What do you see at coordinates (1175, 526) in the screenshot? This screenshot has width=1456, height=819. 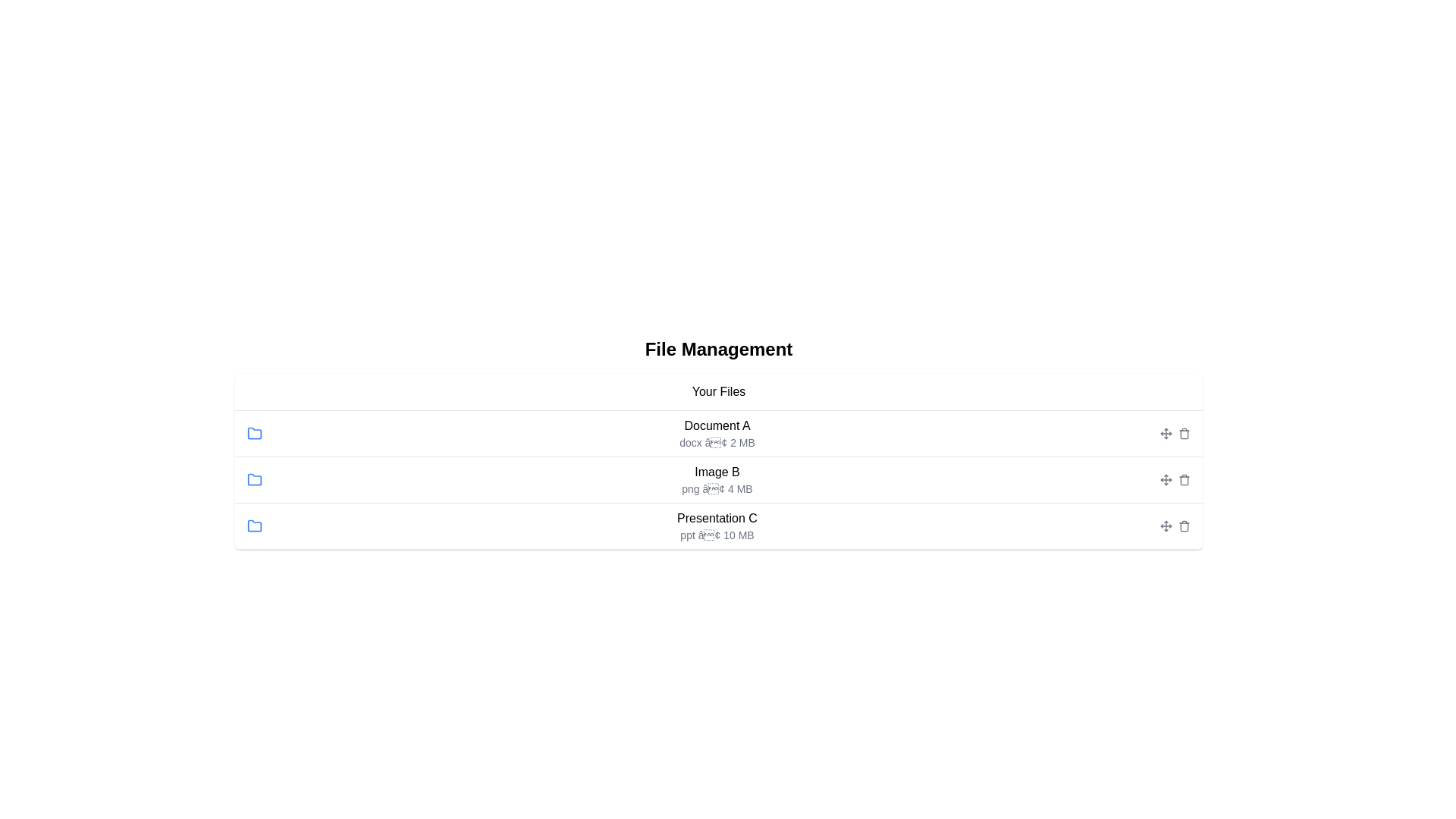 I see `the right icon of the icon group, which is styled with a red hover color, located at the right side of 'Presentation Cppt • 10 MB'` at bounding box center [1175, 526].